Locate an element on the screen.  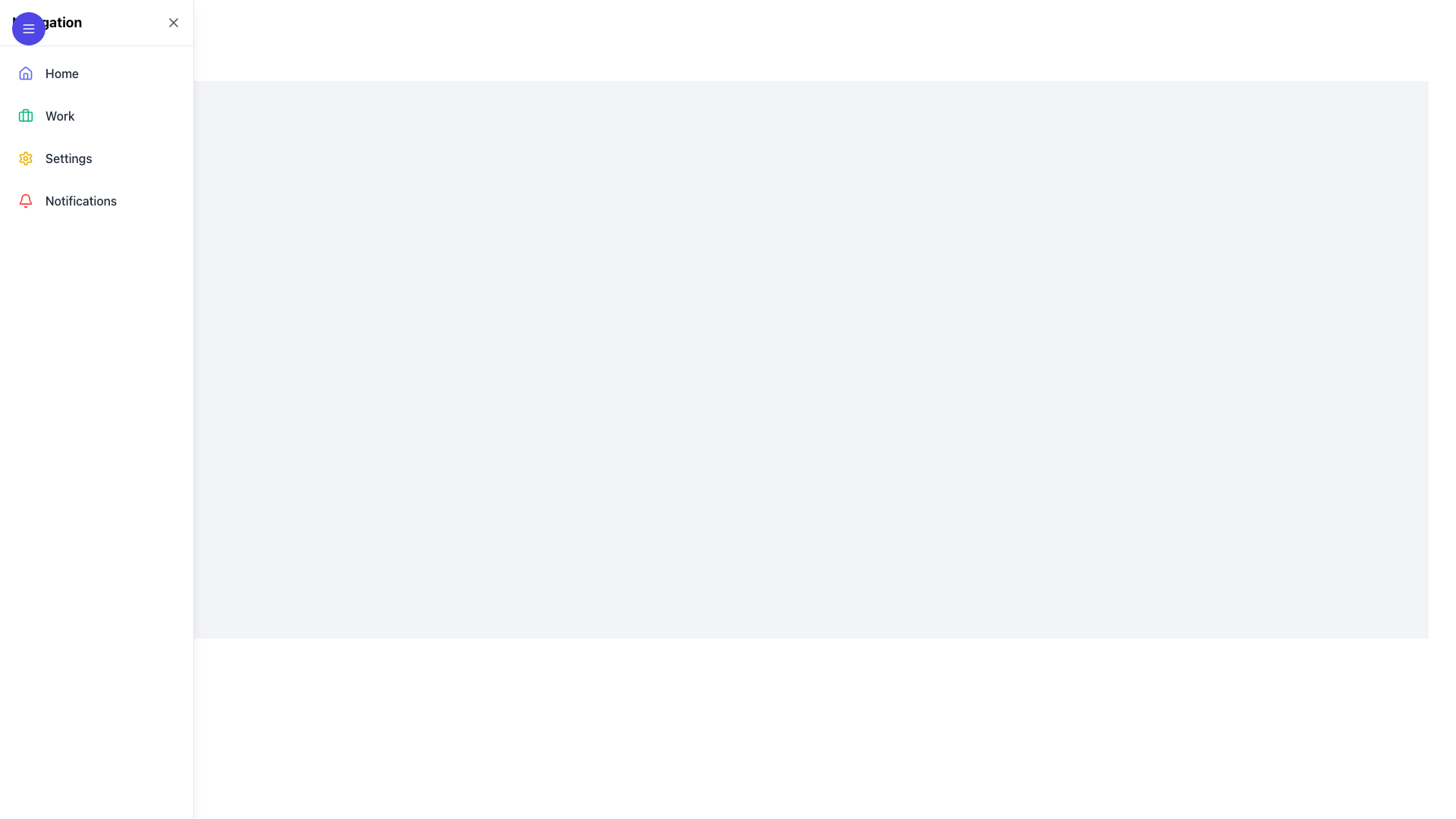
the small square button with an 'X' icon in the top-right section of the navigation menu header is located at coordinates (174, 23).